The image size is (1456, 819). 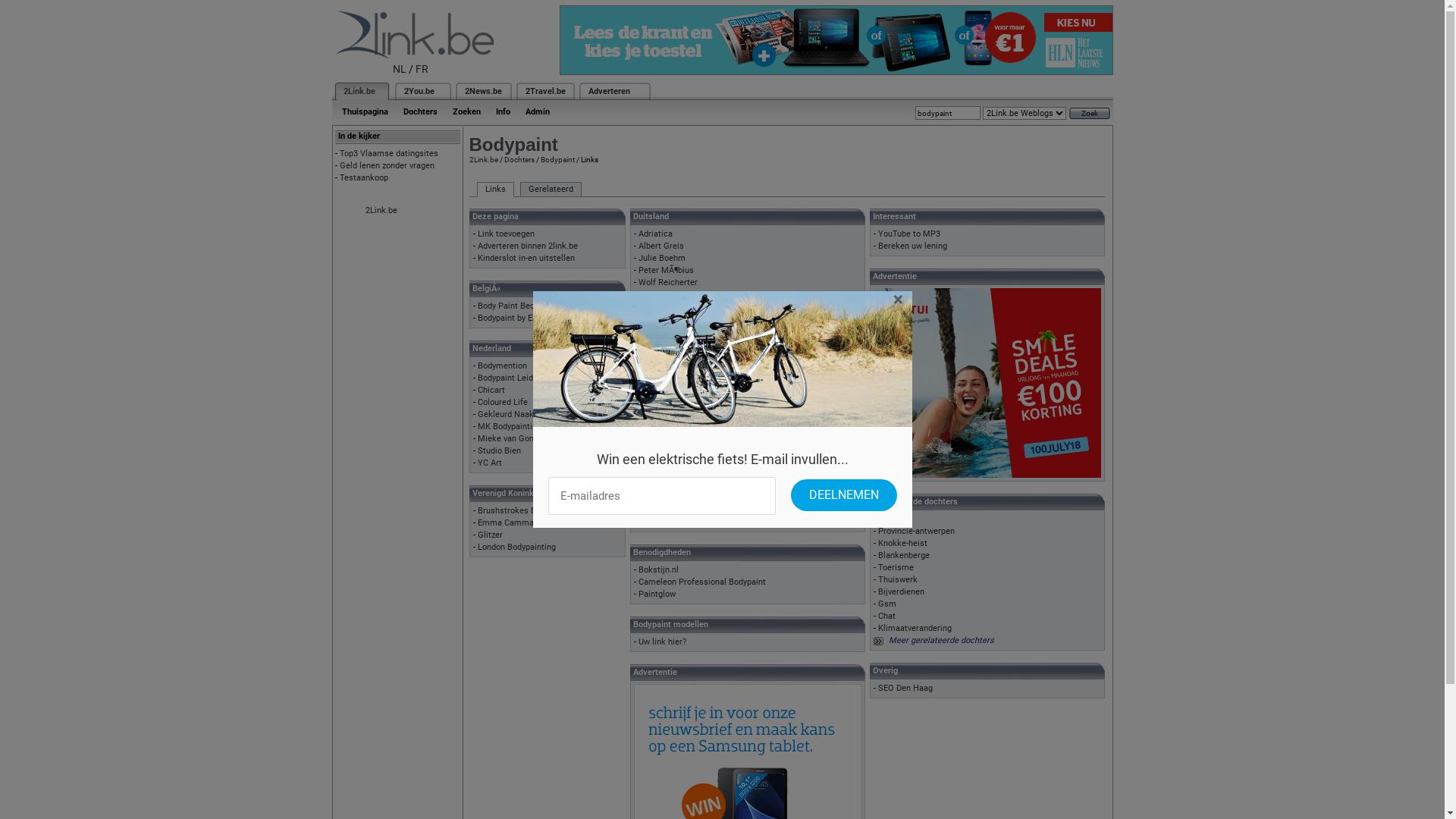 What do you see at coordinates (524, 91) in the screenshot?
I see `'2Travel.be'` at bounding box center [524, 91].